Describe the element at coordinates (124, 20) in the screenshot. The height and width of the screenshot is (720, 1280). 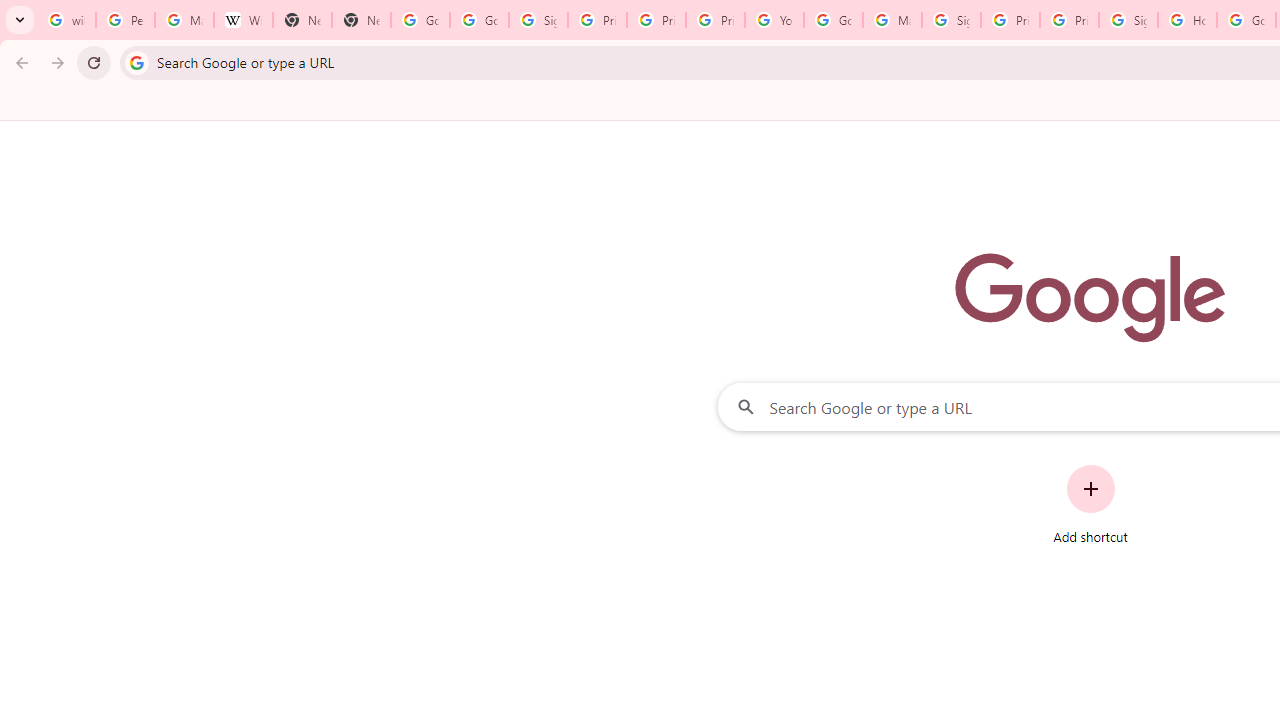
I see `'Personalization & Google Search results - Google Search Help'` at that location.